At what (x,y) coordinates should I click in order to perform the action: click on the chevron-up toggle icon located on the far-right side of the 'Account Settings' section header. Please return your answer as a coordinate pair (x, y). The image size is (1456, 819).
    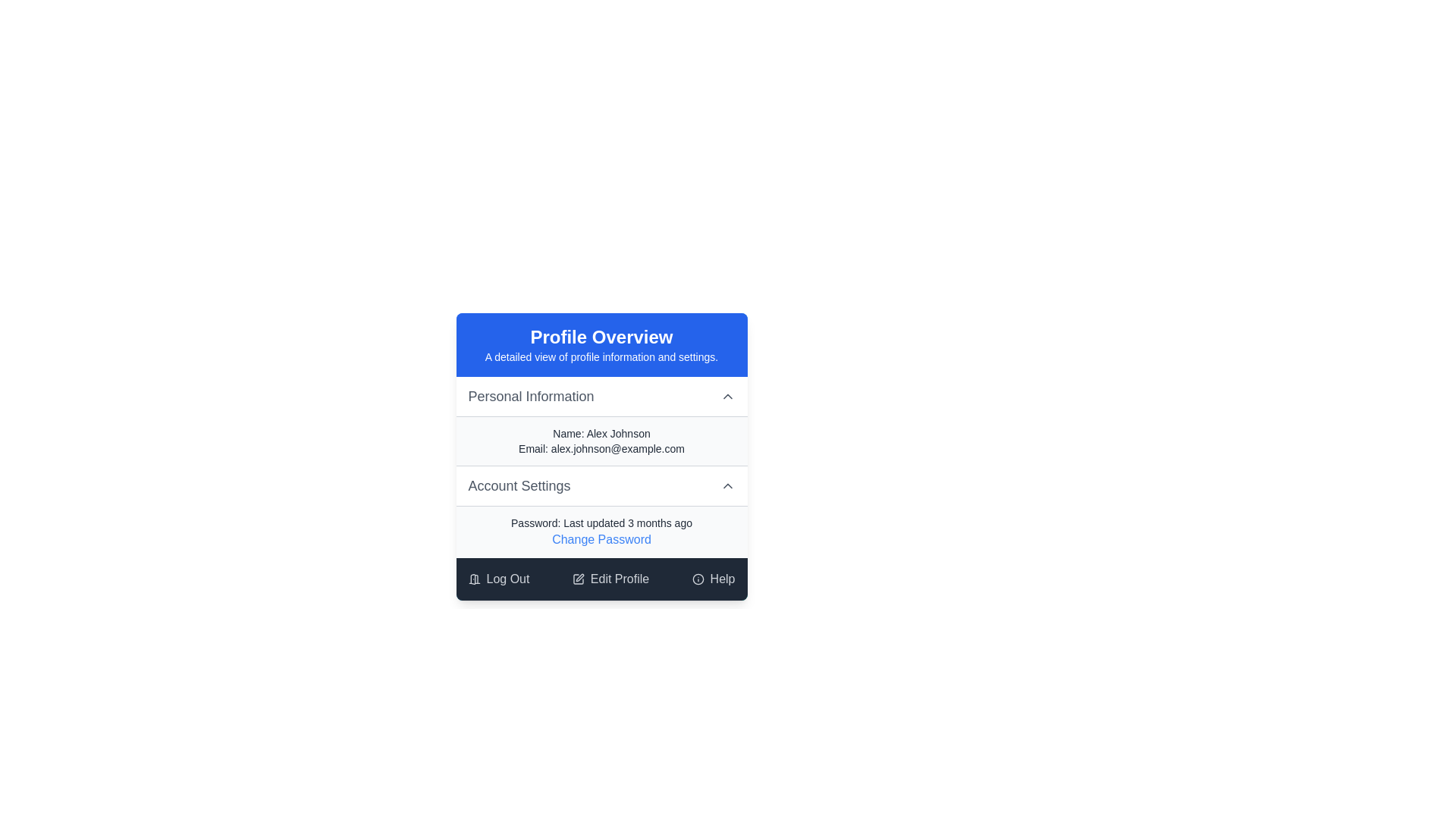
    Looking at the image, I should click on (726, 485).